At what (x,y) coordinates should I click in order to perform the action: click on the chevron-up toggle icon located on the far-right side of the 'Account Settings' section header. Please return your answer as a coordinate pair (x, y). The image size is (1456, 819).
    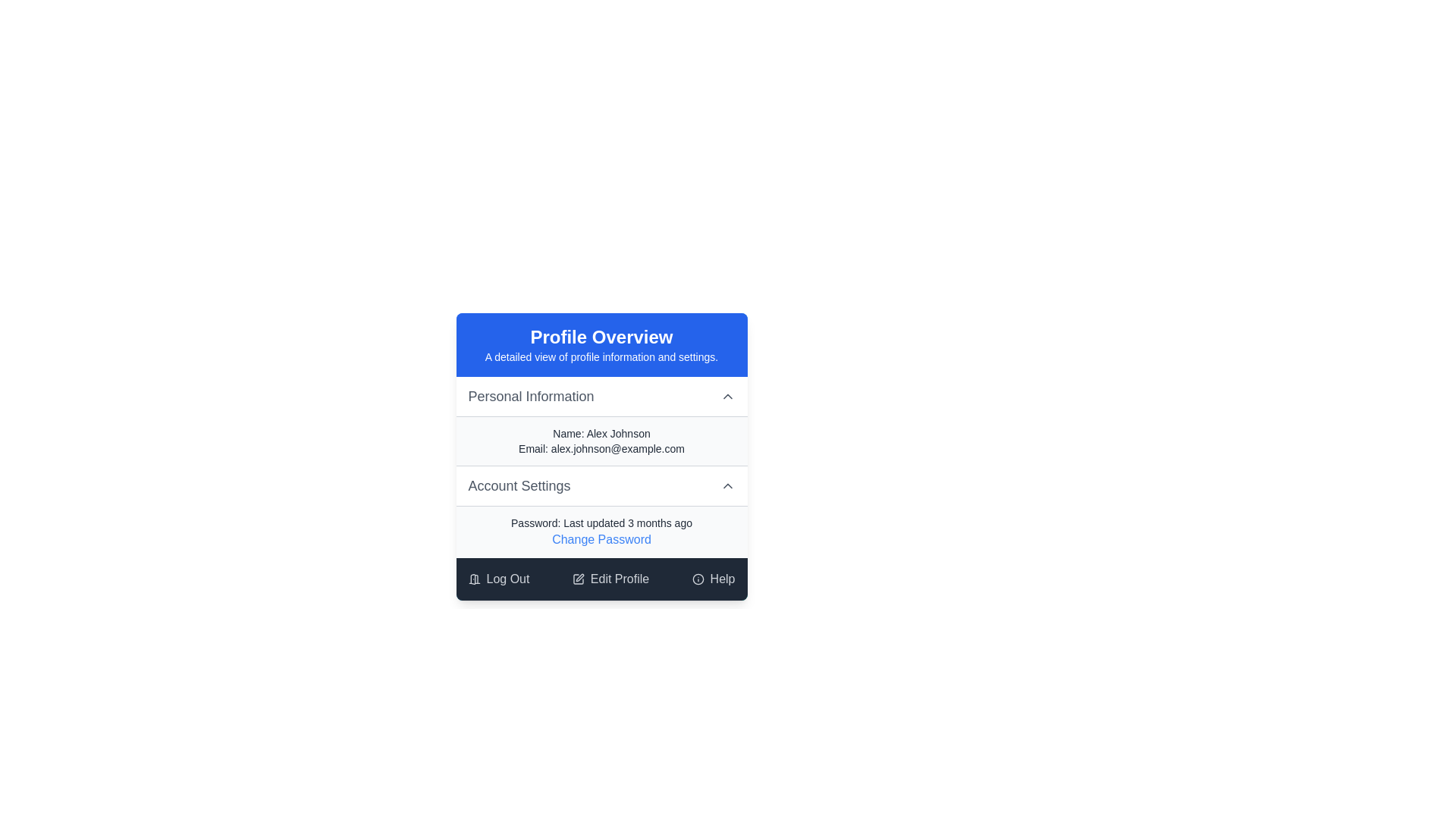
    Looking at the image, I should click on (726, 485).